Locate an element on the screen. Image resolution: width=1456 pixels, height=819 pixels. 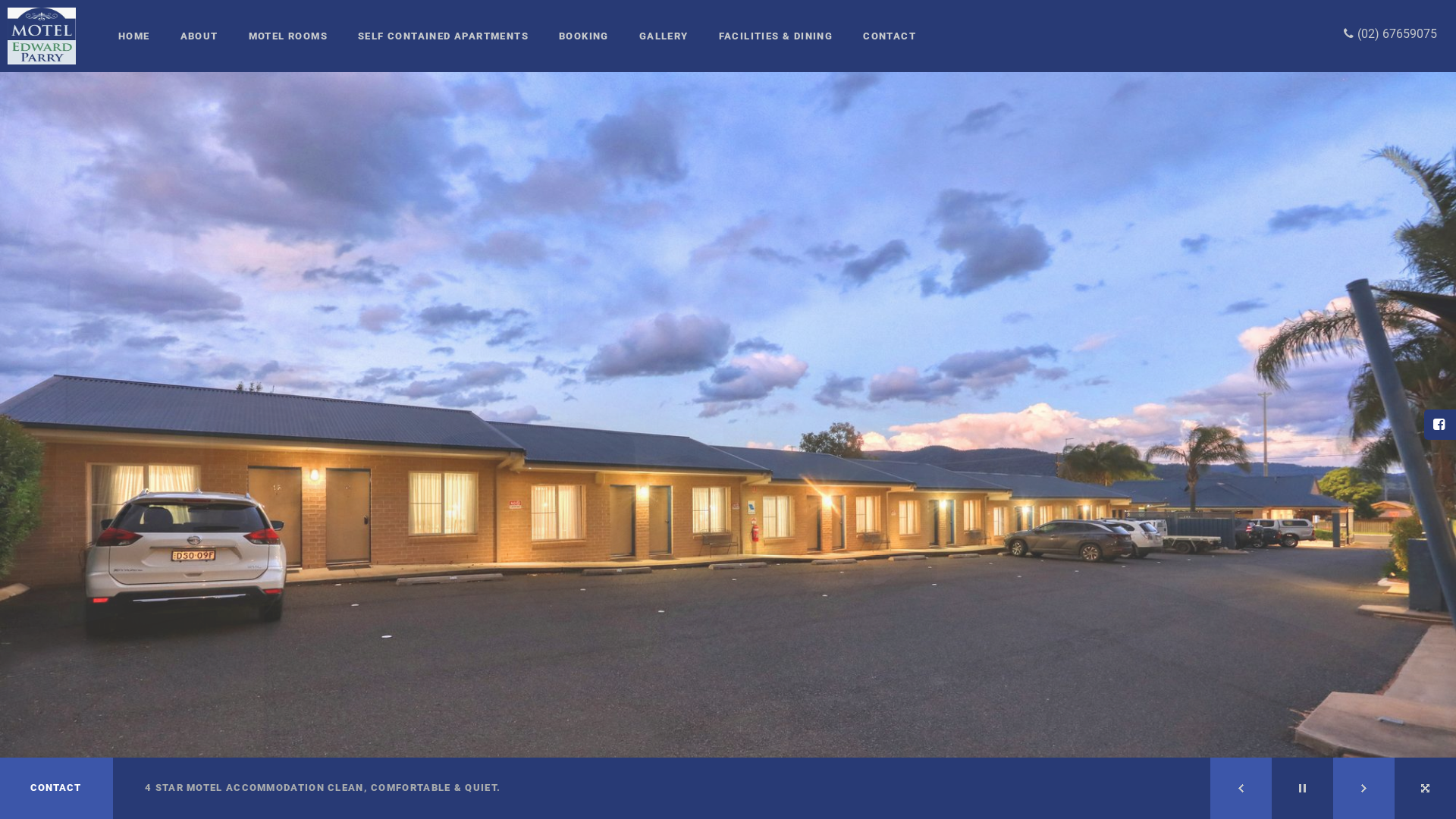
'MOTEL ROOMS' is located at coordinates (232, 35).